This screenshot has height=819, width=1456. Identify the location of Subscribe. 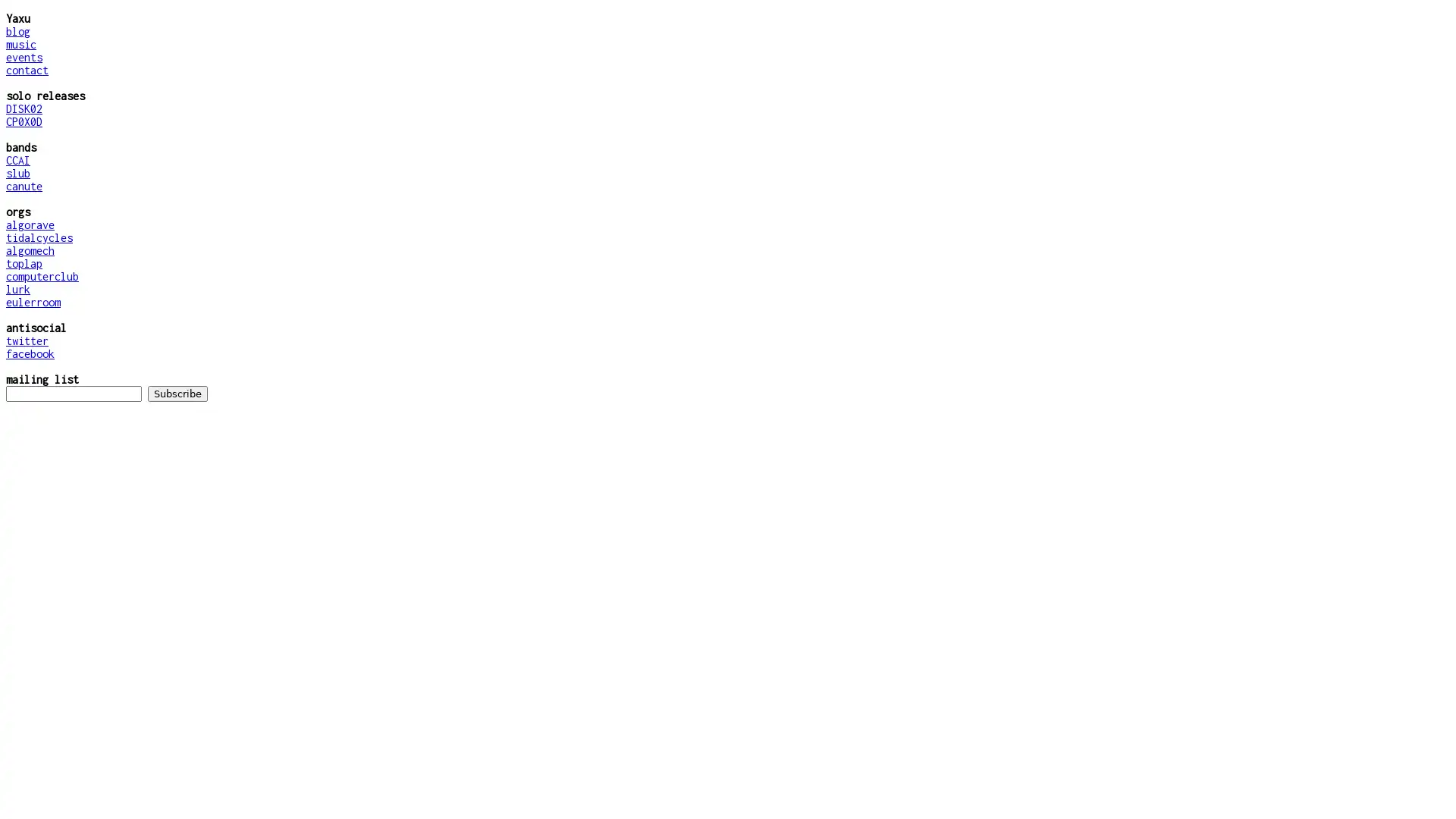
(177, 393).